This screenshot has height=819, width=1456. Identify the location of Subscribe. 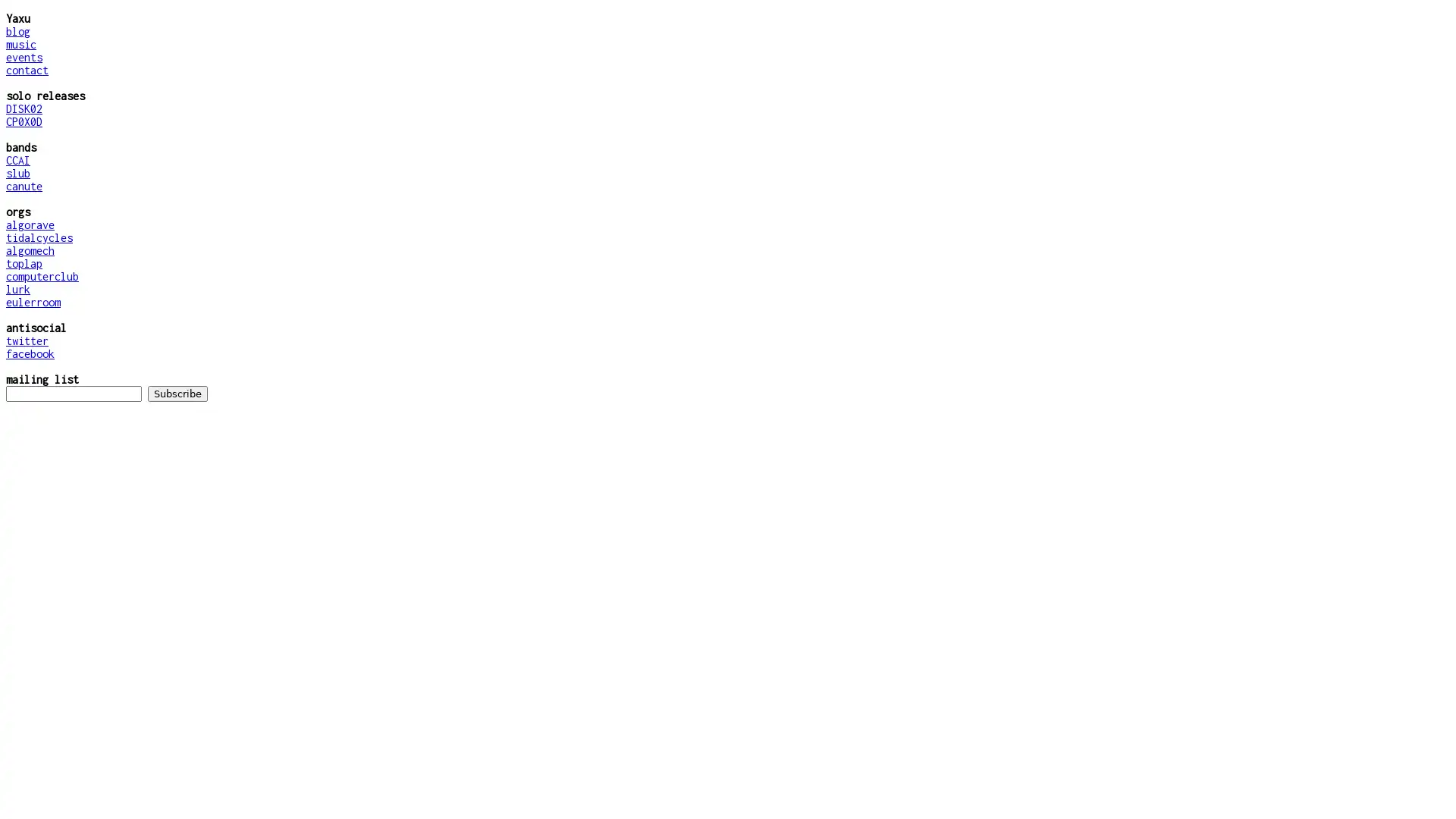
(177, 393).